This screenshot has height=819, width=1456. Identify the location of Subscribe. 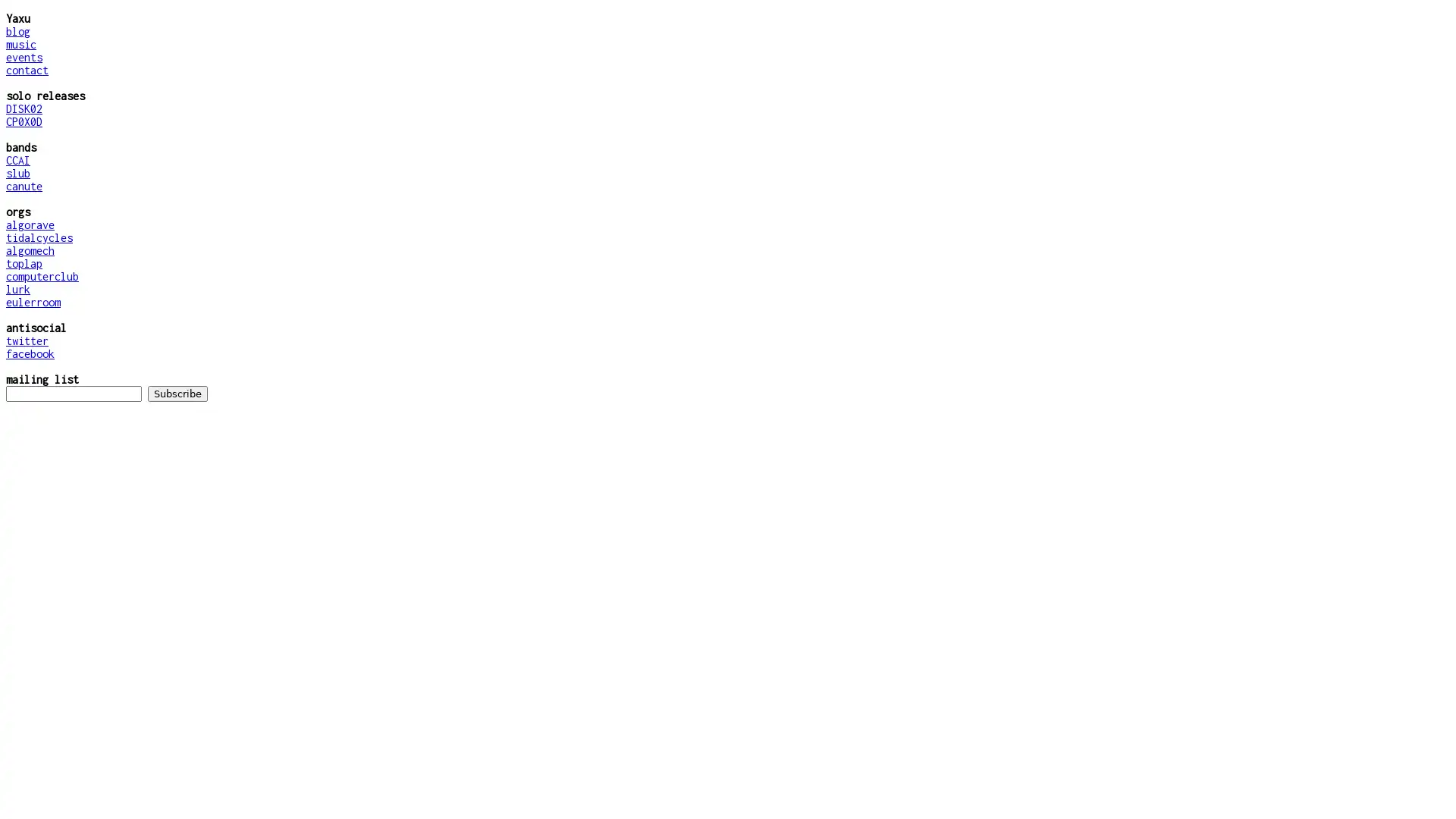
(177, 393).